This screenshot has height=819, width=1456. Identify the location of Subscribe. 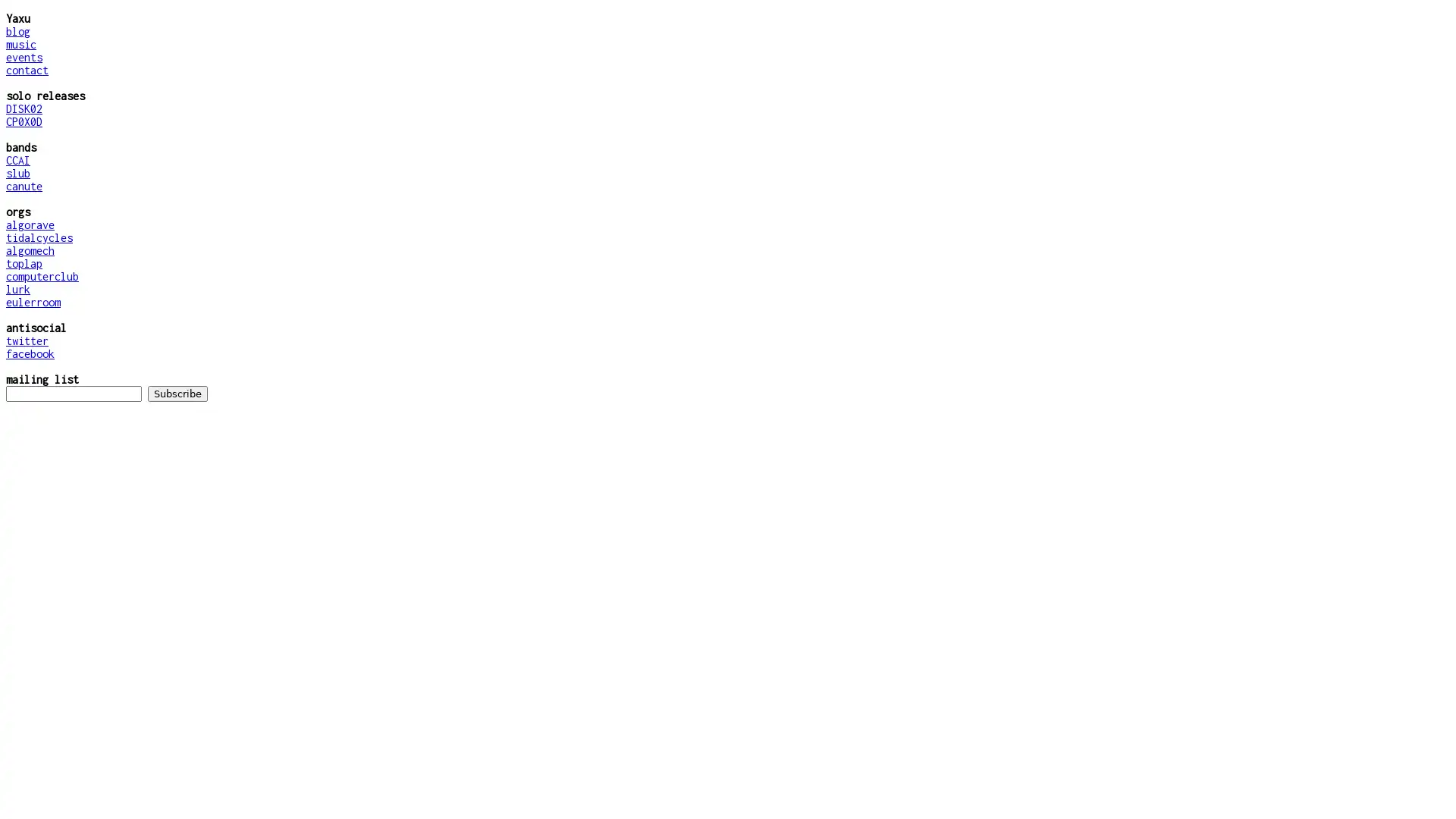
(177, 393).